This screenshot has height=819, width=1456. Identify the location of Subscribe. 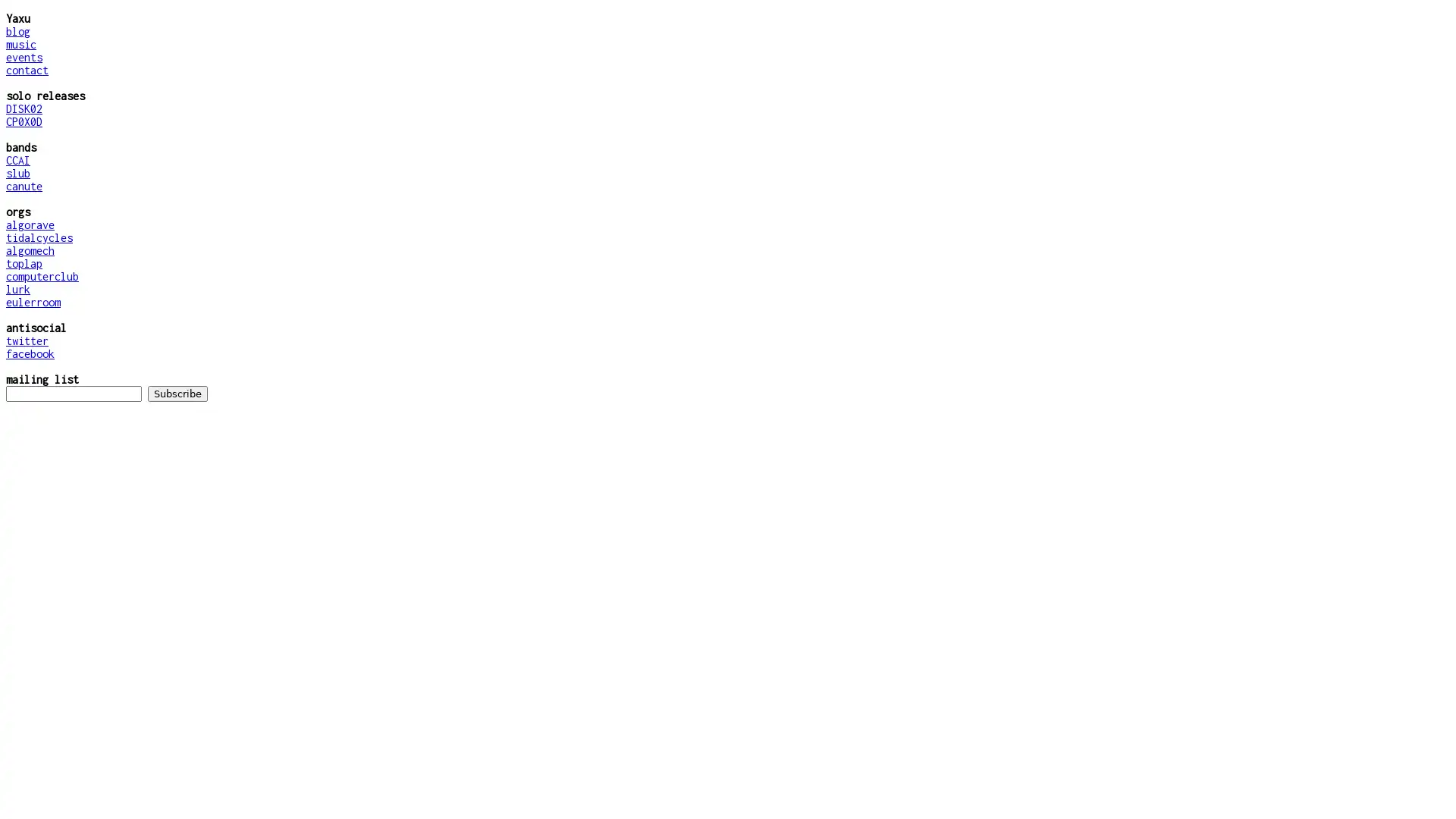
(177, 393).